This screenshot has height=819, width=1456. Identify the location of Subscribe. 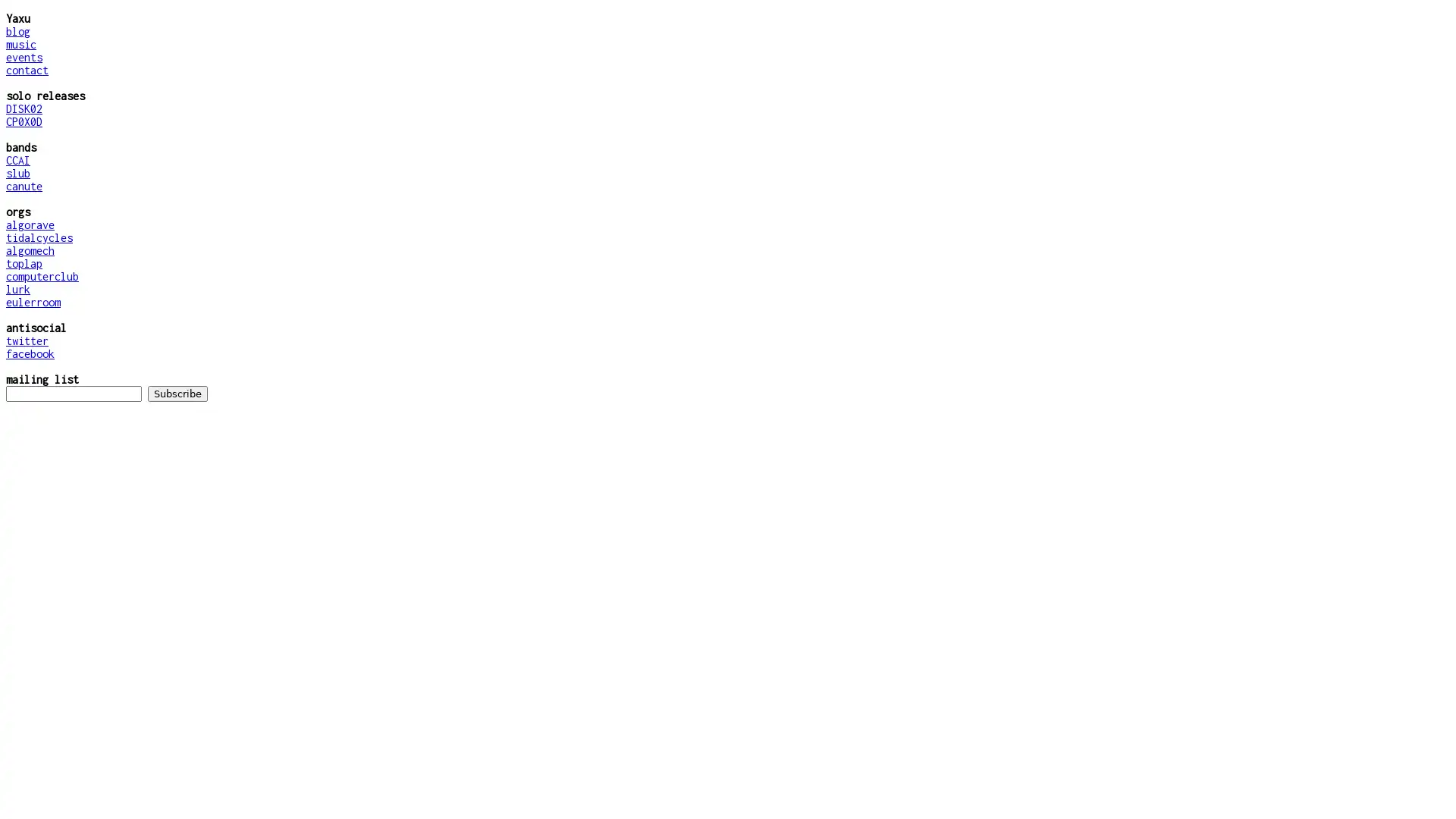
(177, 393).